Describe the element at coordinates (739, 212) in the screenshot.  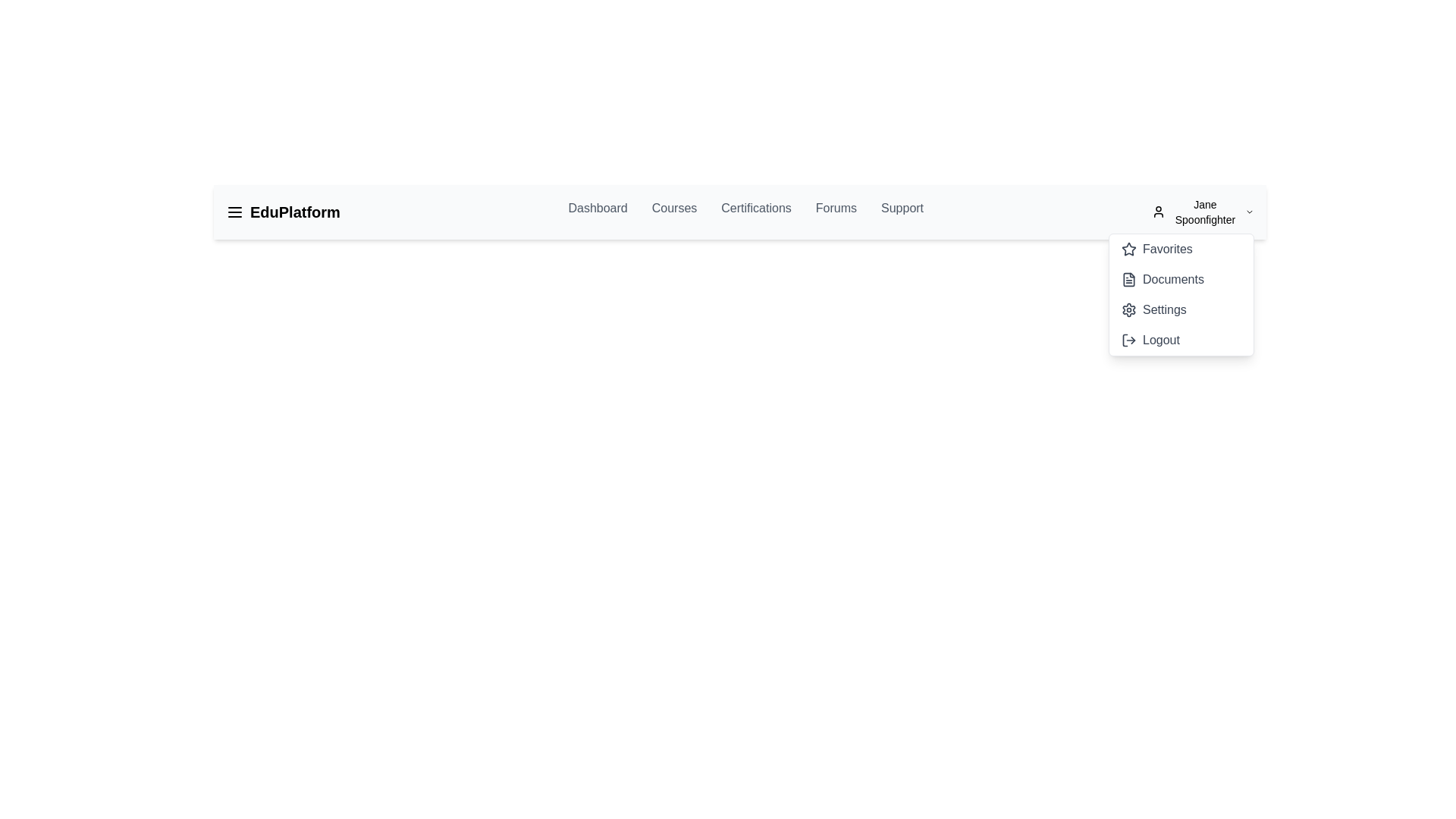
I see `the 'Certifications' hyperlink in the navigation menu` at that location.